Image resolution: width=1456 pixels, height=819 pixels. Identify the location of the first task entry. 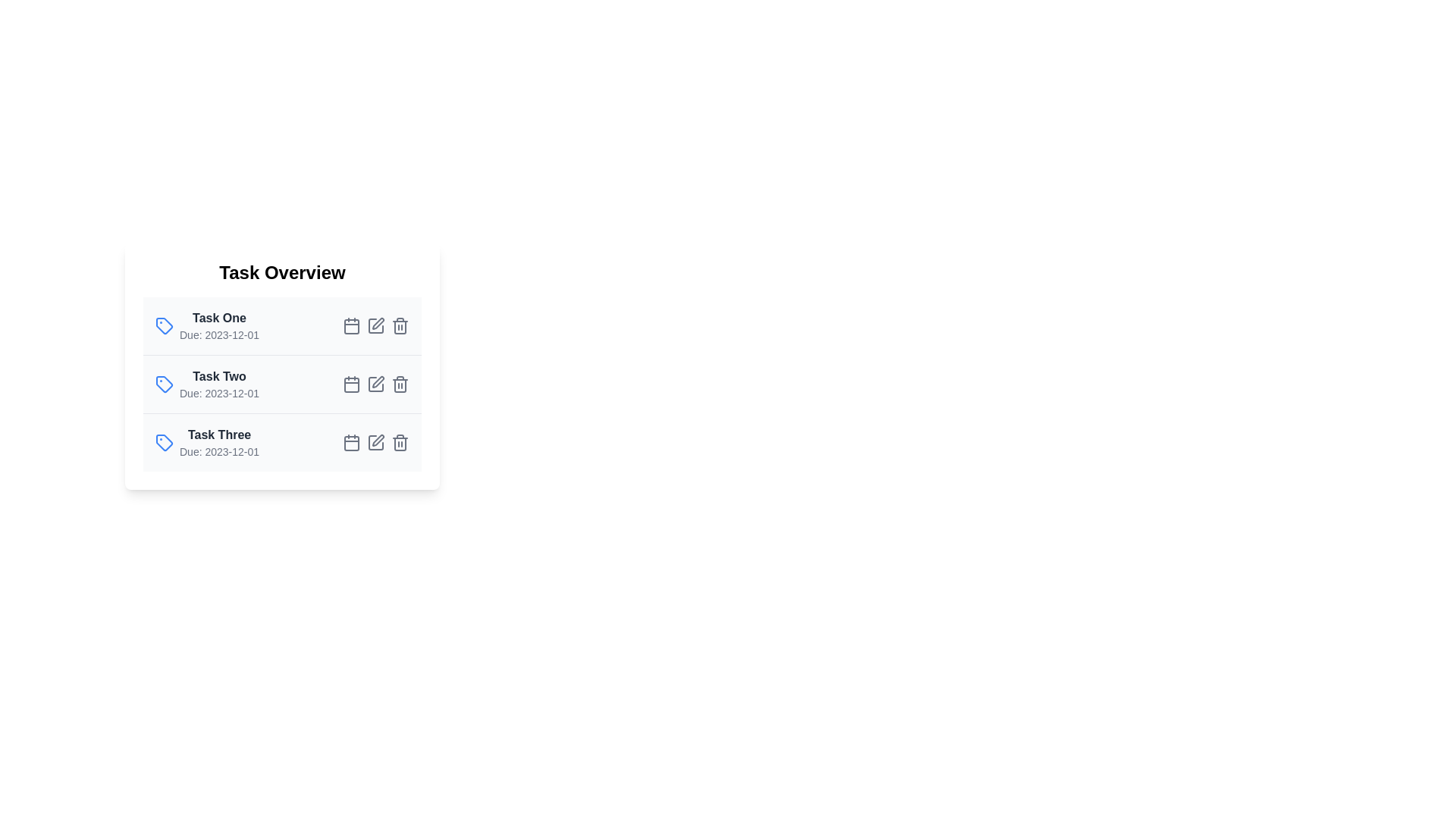
(206, 325).